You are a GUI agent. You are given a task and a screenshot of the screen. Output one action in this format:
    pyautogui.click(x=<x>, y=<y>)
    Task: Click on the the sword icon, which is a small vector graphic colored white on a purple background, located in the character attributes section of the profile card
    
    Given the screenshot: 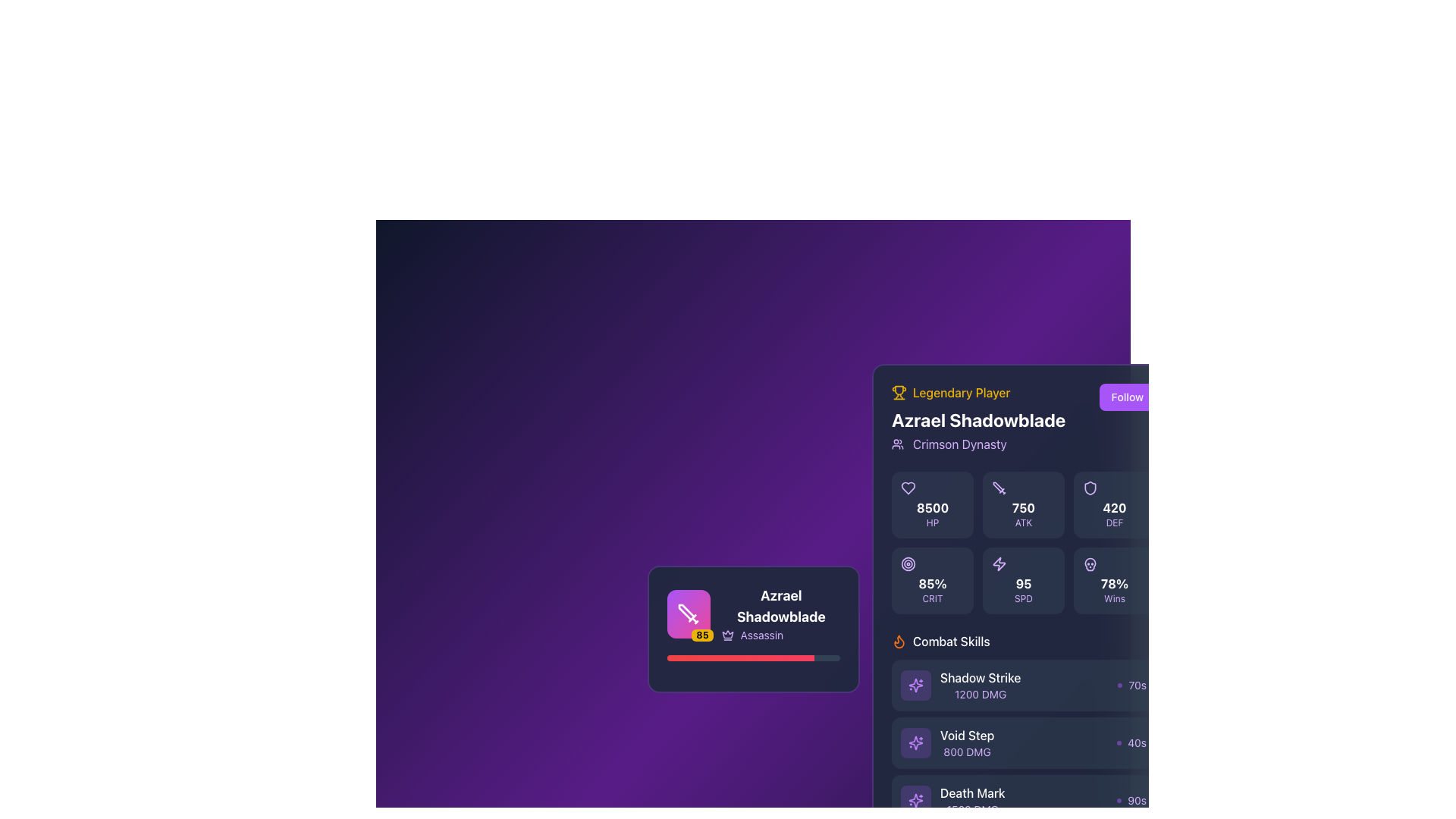 What is the action you would take?
    pyautogui.click(x=686, y=611)
    